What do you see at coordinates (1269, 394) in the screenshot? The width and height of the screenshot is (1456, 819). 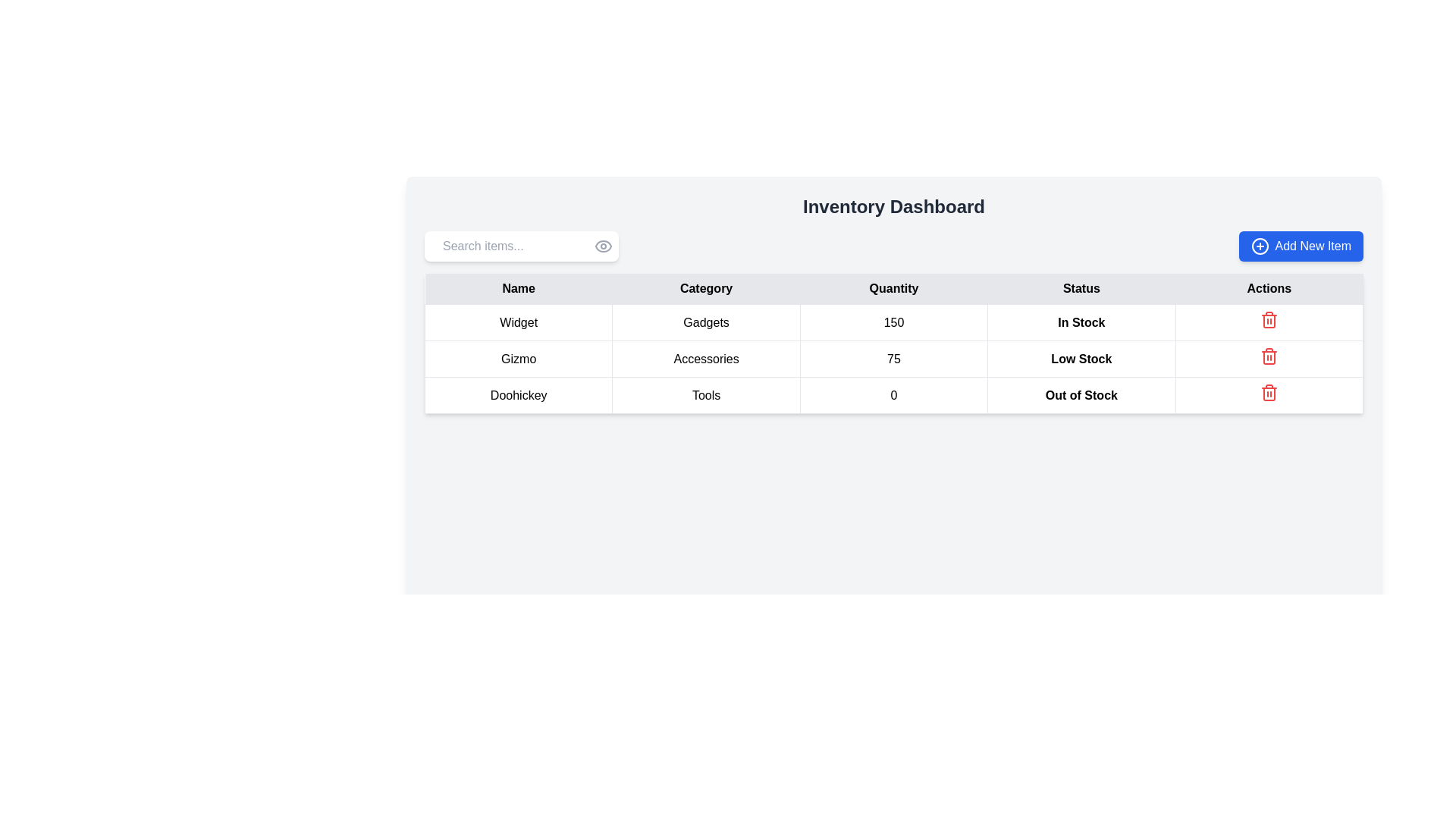 I see `the delete icon button for the 'Doohickey' item located in the last column of the Actions row in the inventory dashboard` at bounding box center [1269, 394].